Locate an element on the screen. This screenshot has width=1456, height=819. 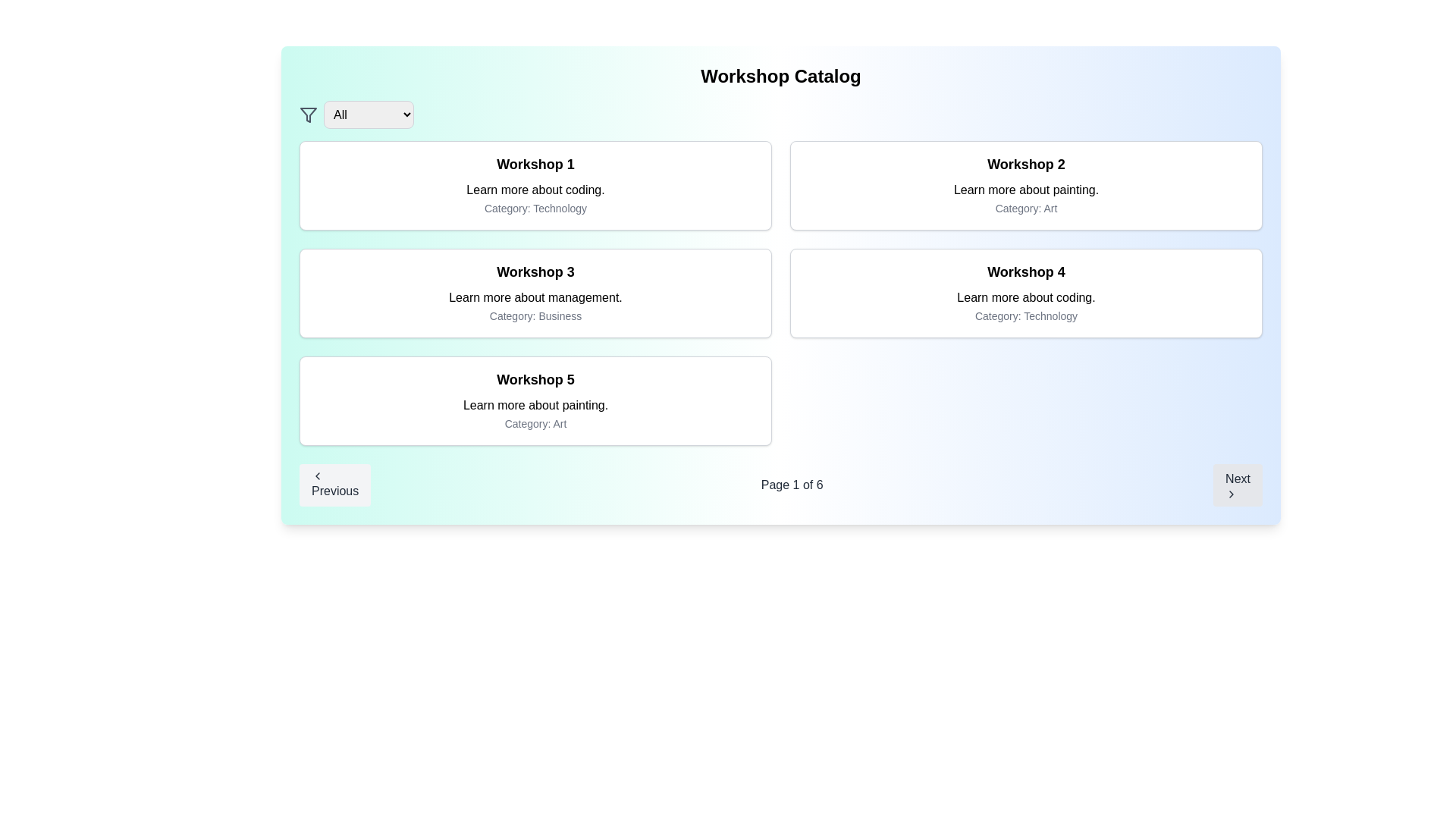
the 'Workshop Catalog' text heading, which is prominently displayed at the top center of the workshop catalog section with a bold font on a gradient background of teal and blue is located at coordinates (781, 76).